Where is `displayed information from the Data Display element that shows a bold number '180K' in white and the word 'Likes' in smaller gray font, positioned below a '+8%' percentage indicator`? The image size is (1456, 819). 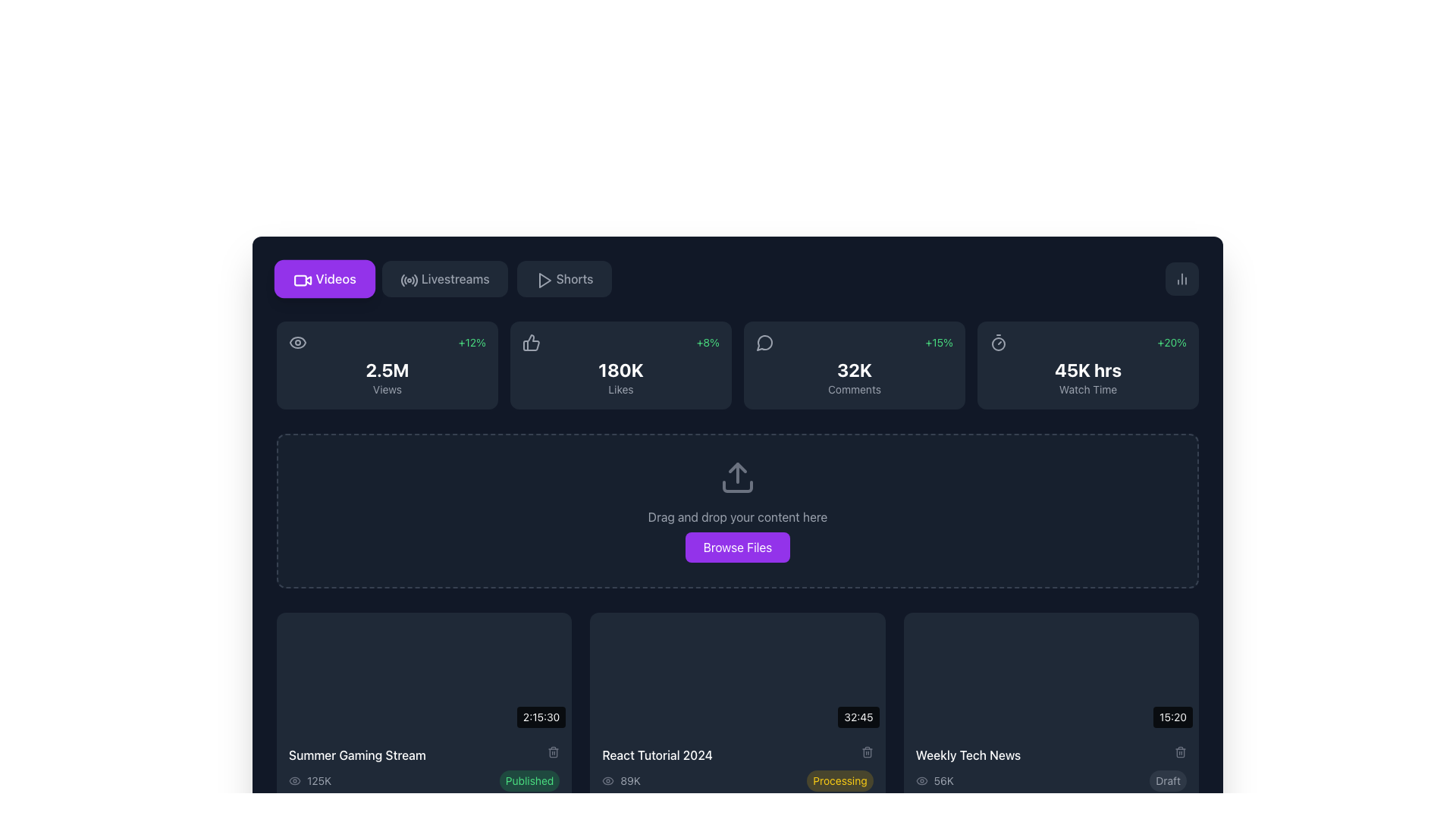 displayed information from the Data Display element that shows a bold number '180K' in white and the word 'Likes' in smaller gray font, positioned below a '+8%' percentage indicator is located at coordinates (621, 376).